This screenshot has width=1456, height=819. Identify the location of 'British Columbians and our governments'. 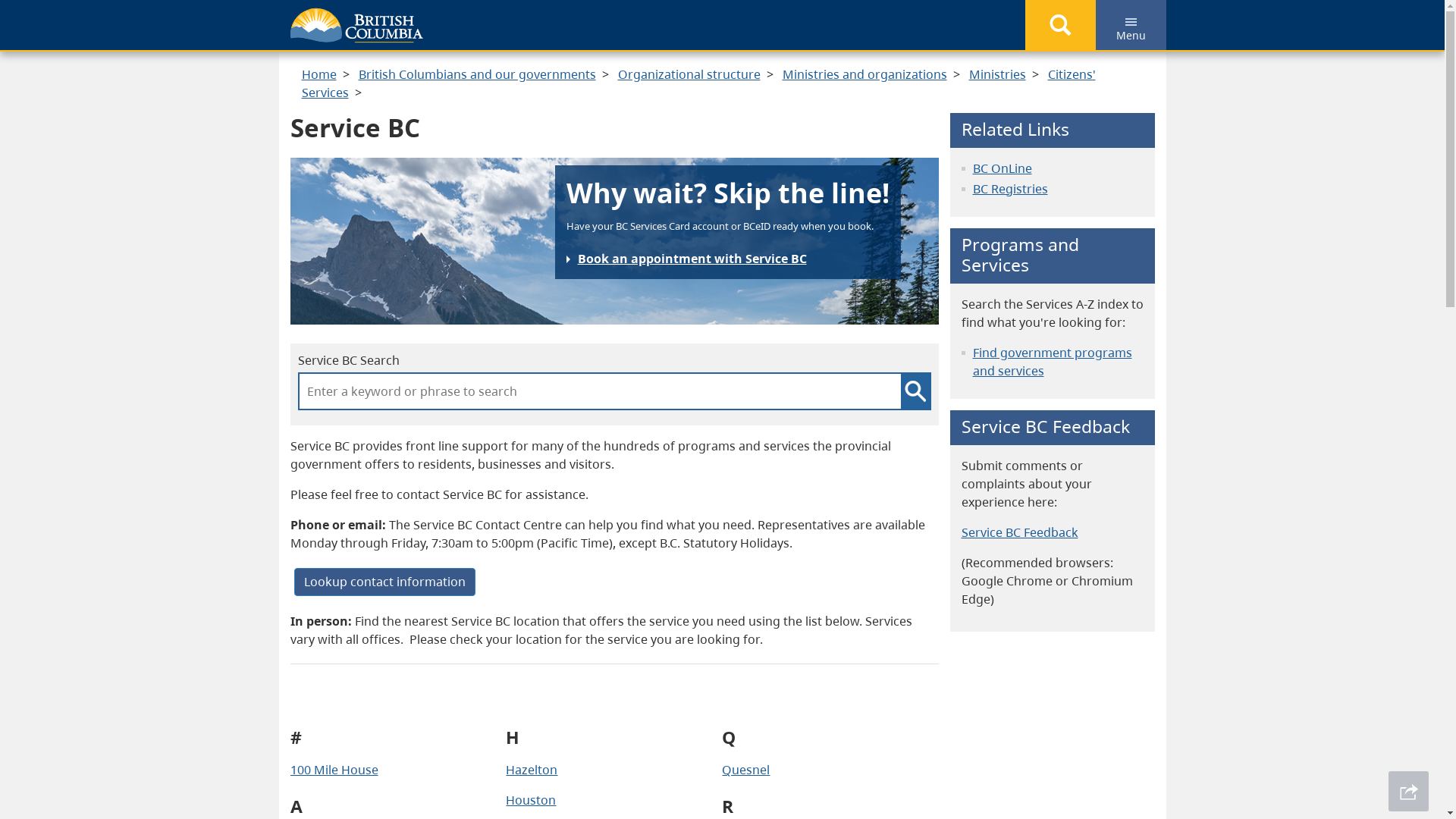
(475, 74).